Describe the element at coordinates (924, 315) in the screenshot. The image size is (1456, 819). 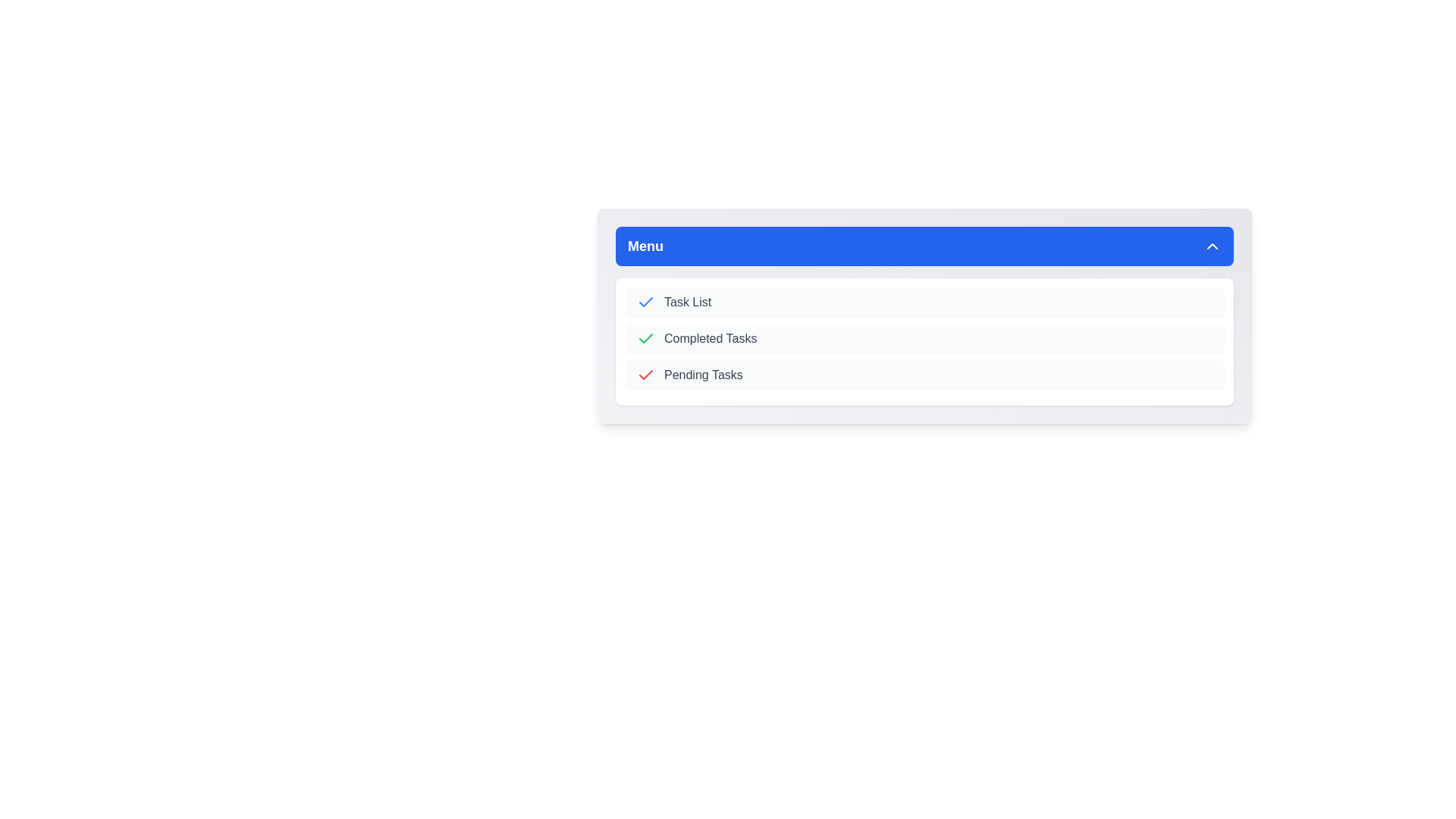
I see `the individual rows of the Dropdown menu located in the upper-middle section of the main interface` at that location.